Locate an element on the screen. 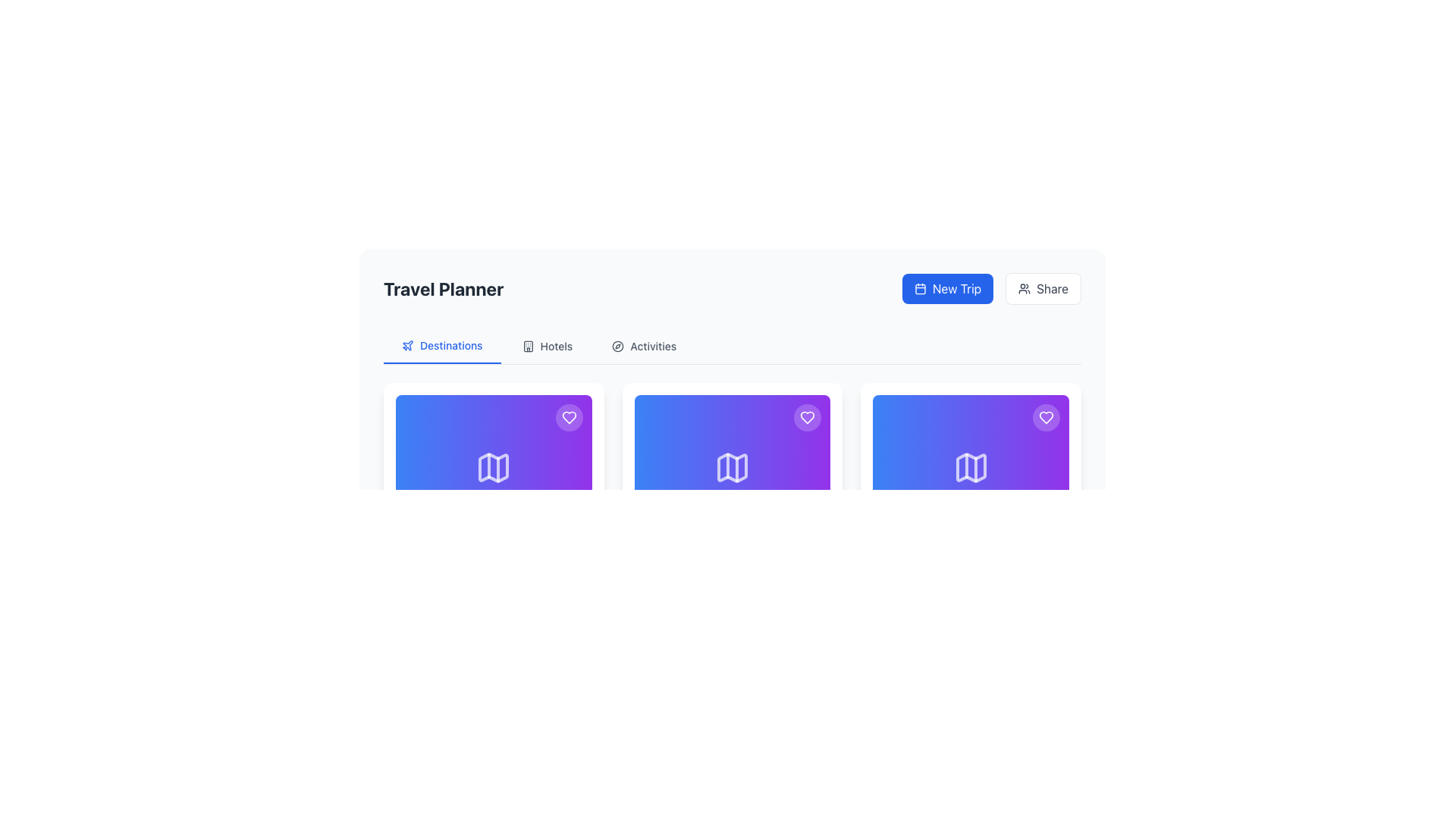 The height and width of the screenshot is (819, 1456). the second item in the navigation menu, located below 'Travel Planner' is located at coordinates (546, 346).